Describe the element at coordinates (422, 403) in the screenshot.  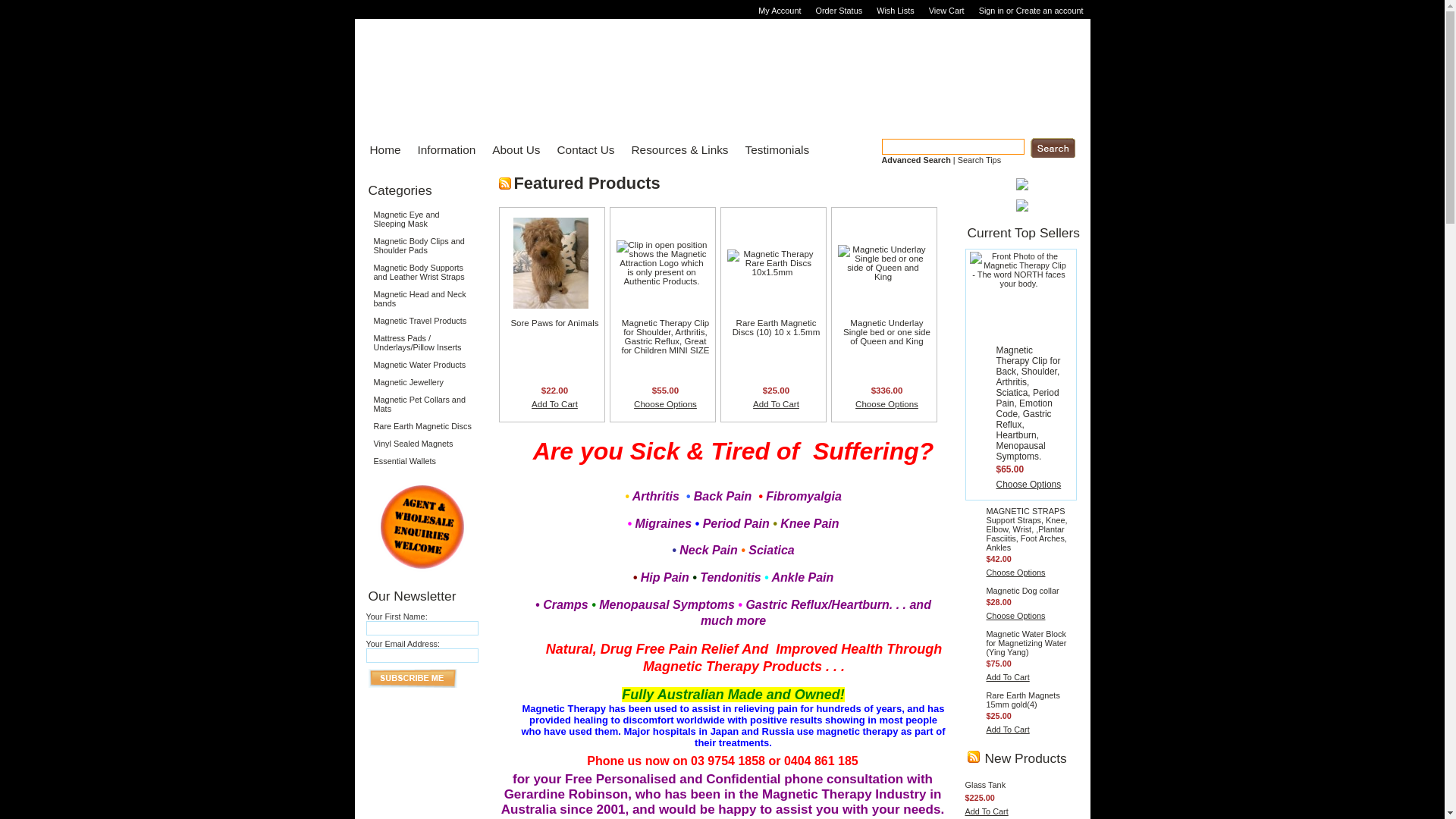
I see `'Magnetic Pet Collars and Mats'` at that location.